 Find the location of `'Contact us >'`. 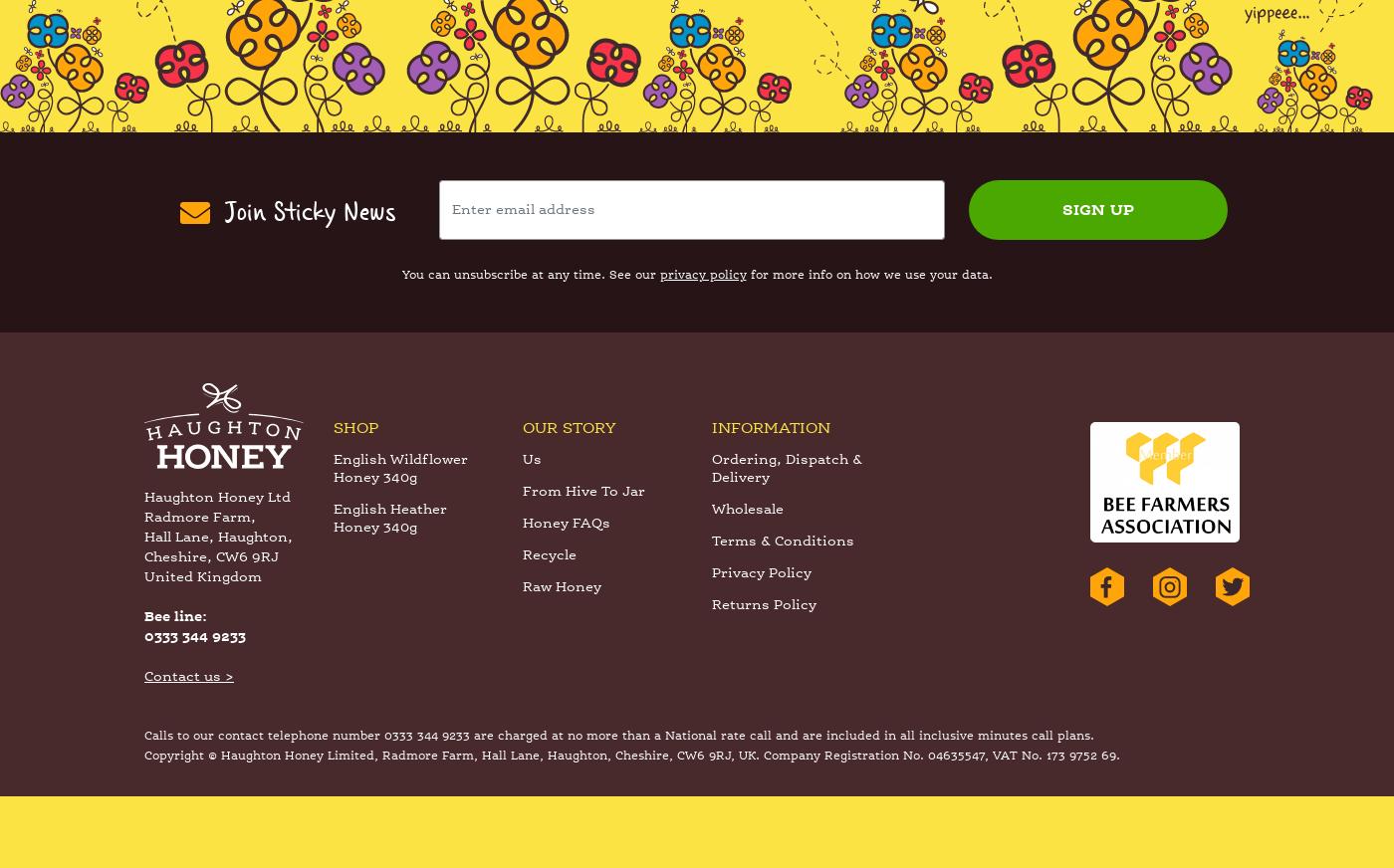

'Contact us >' is located at coordinates (188, 750).